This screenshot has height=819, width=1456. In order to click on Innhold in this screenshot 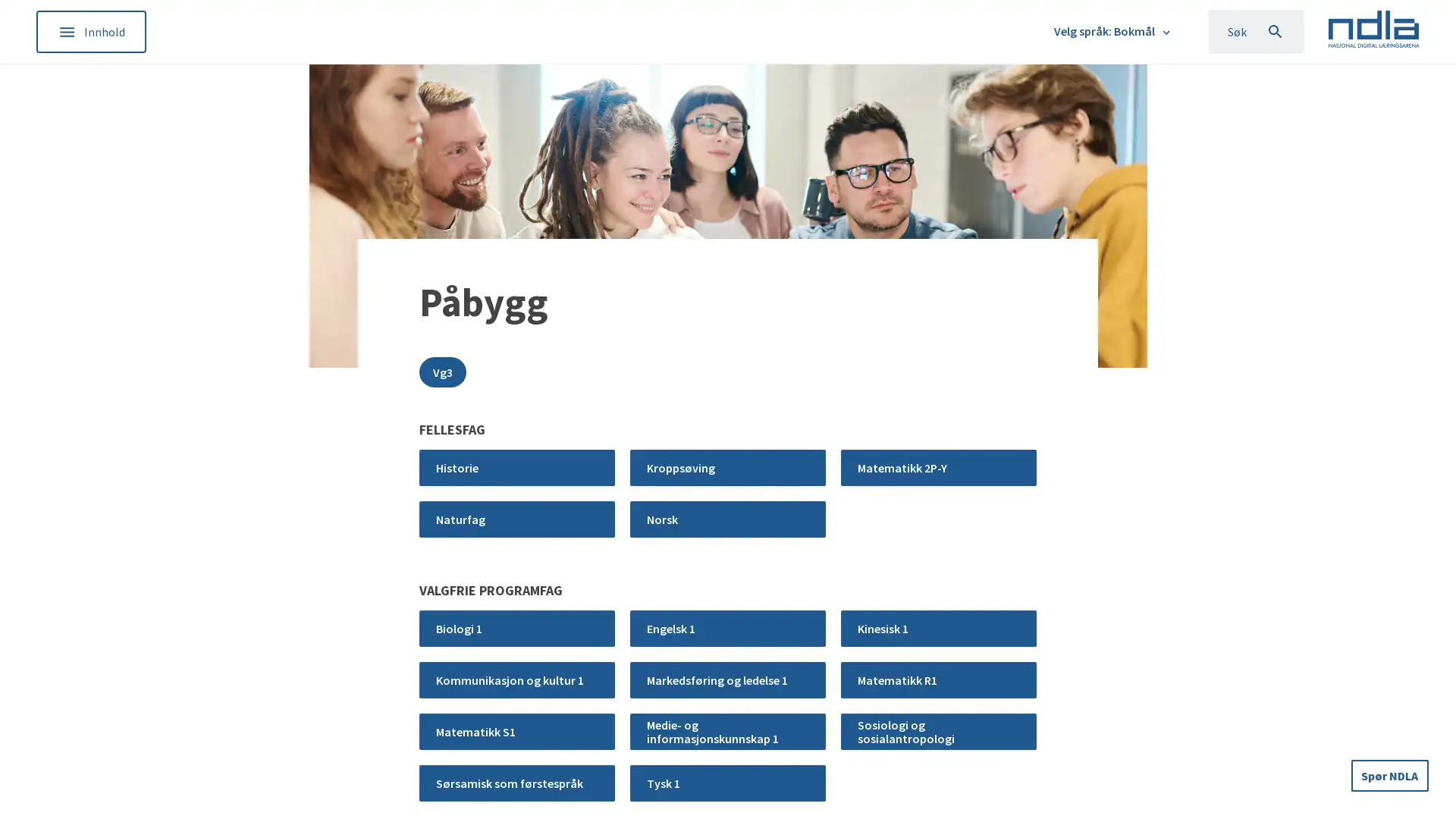, I will do `click(90, 31)`.